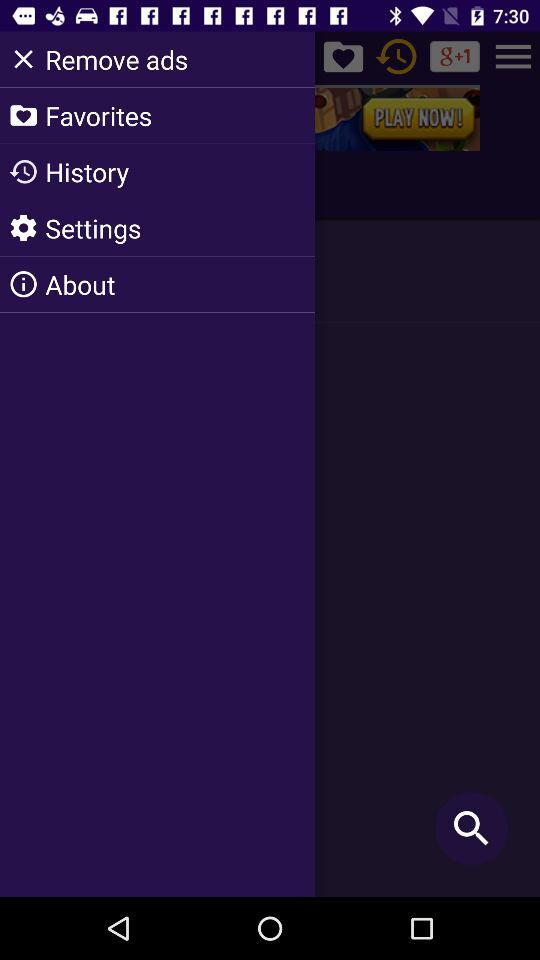 The width and height of the screenshot is (540, 960). What do you see at coordinates (25, 55) in the screenshot?
I see `the close icon` at bounding box center [25, 55].